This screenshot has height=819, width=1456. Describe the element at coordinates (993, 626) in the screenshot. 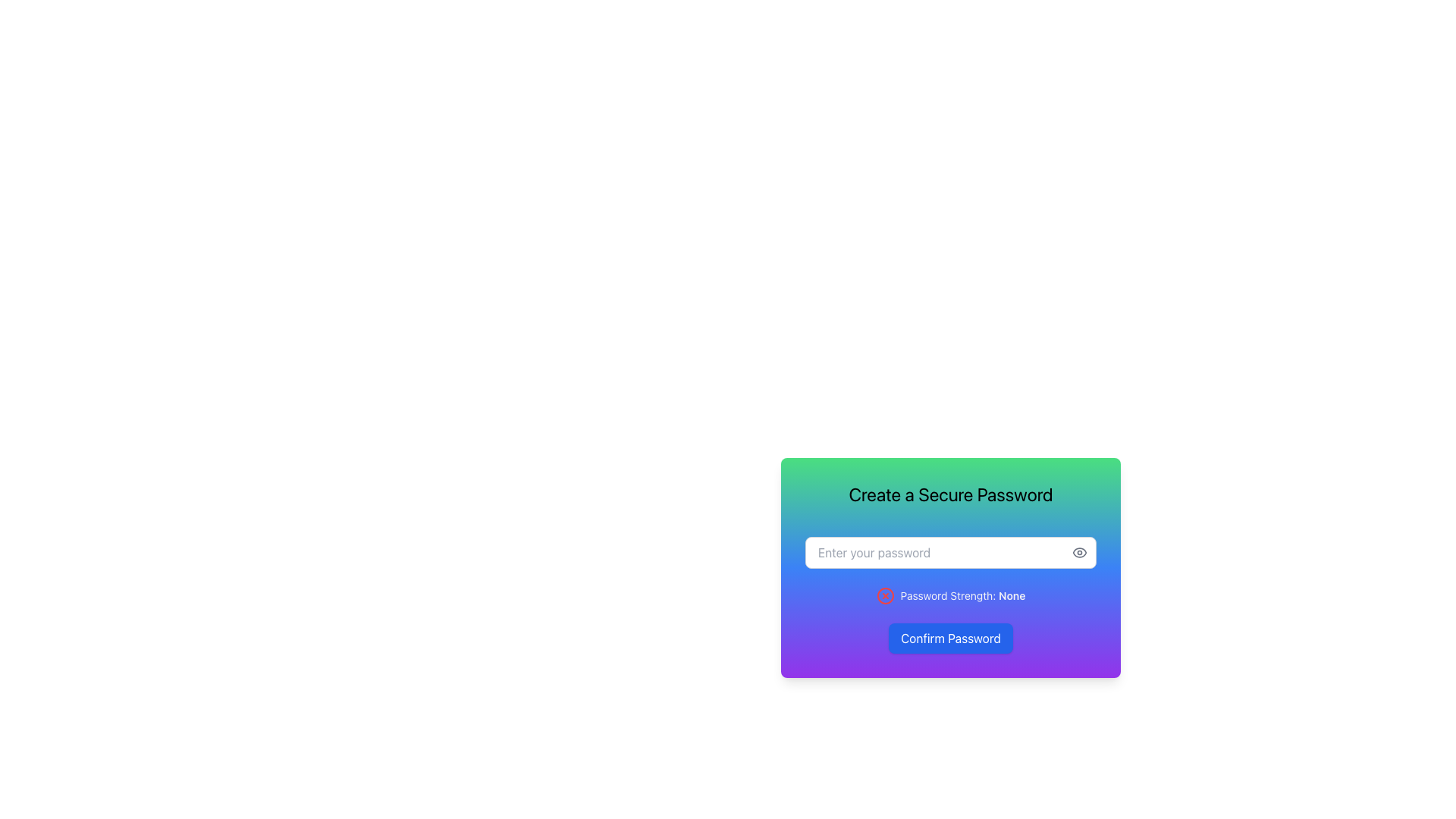

I see `the 'Confirm Password' button, which is a blue button located at the bottom center of the dialog box` at that location.